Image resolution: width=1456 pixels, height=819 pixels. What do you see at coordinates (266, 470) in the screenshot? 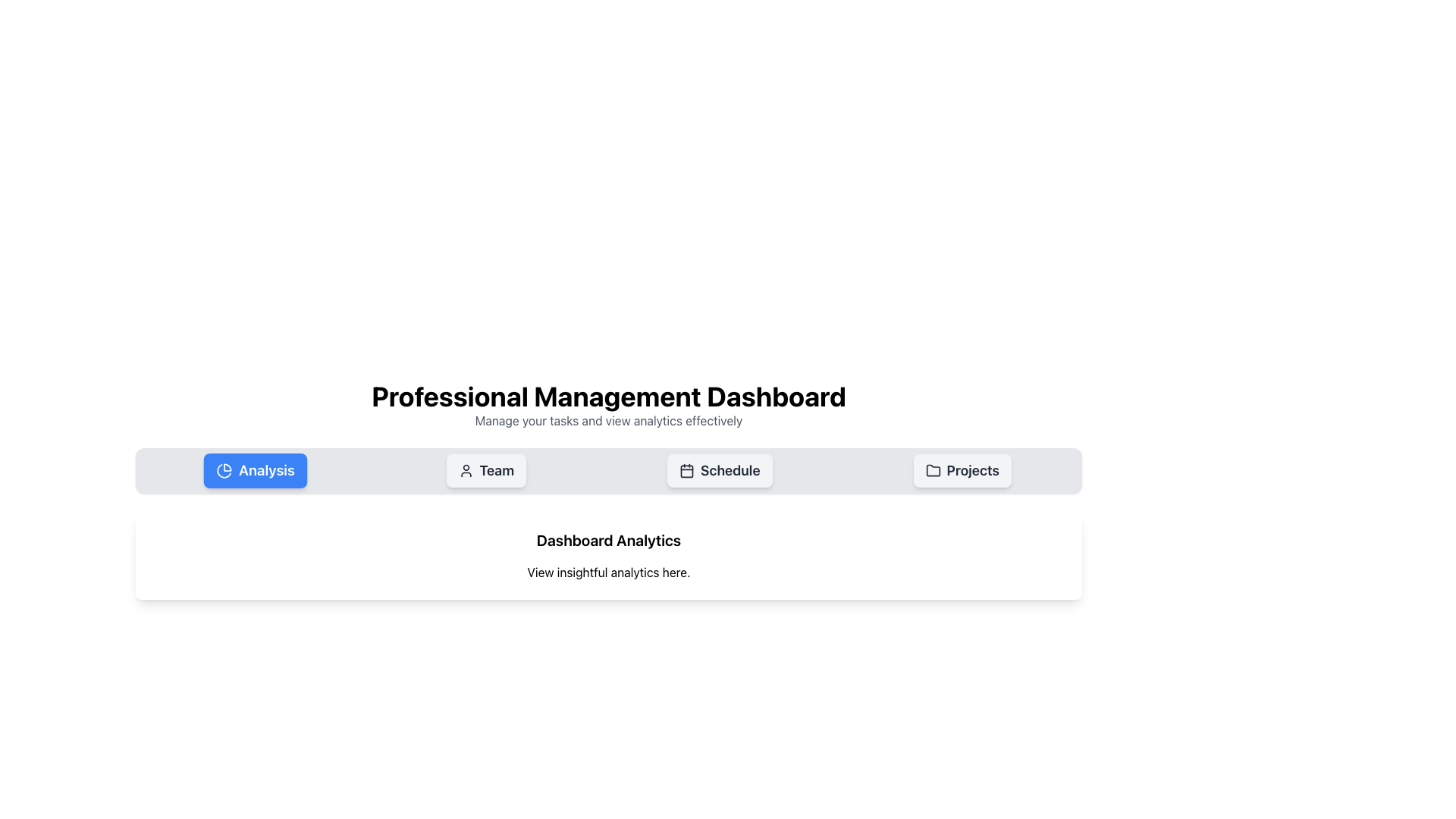
I see `label text 'Analysis' from the button located at the left side of the menu bar, which is part of the interactive button used for navigation` at bounding box center [266, 470].